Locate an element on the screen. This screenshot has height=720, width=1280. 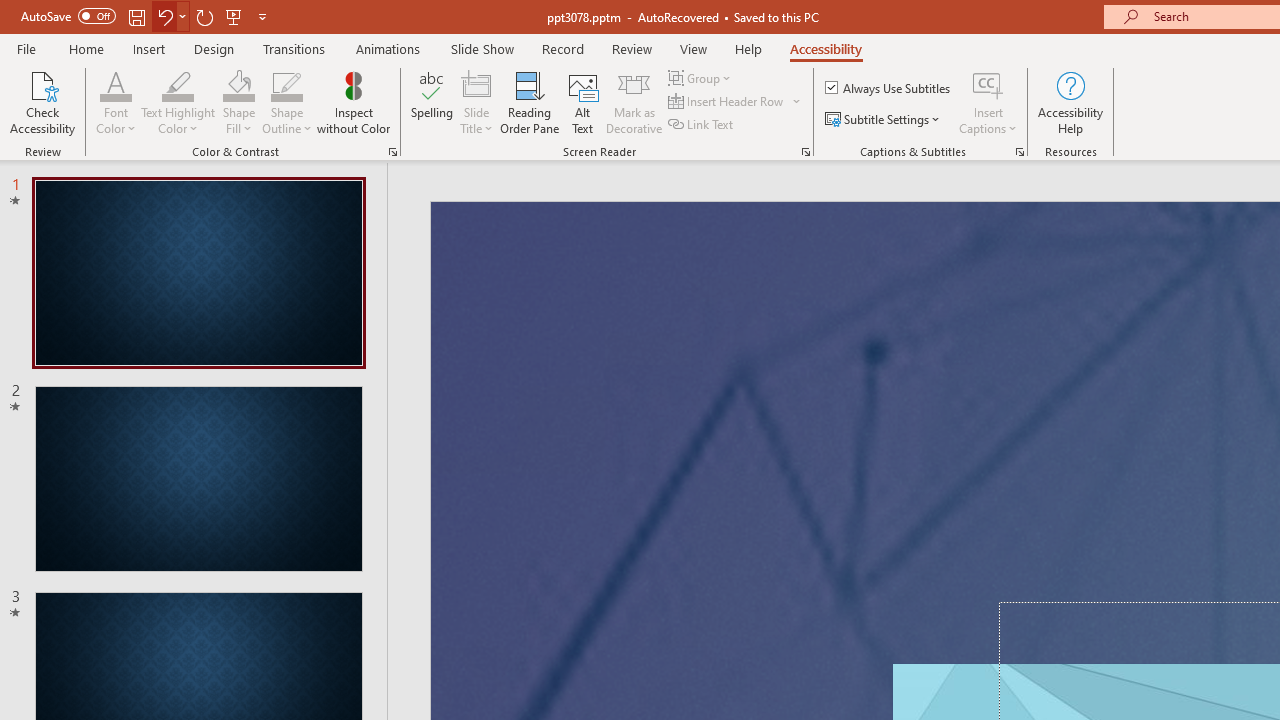
'Reading Order Pane' is located at coordinates (529, 103).